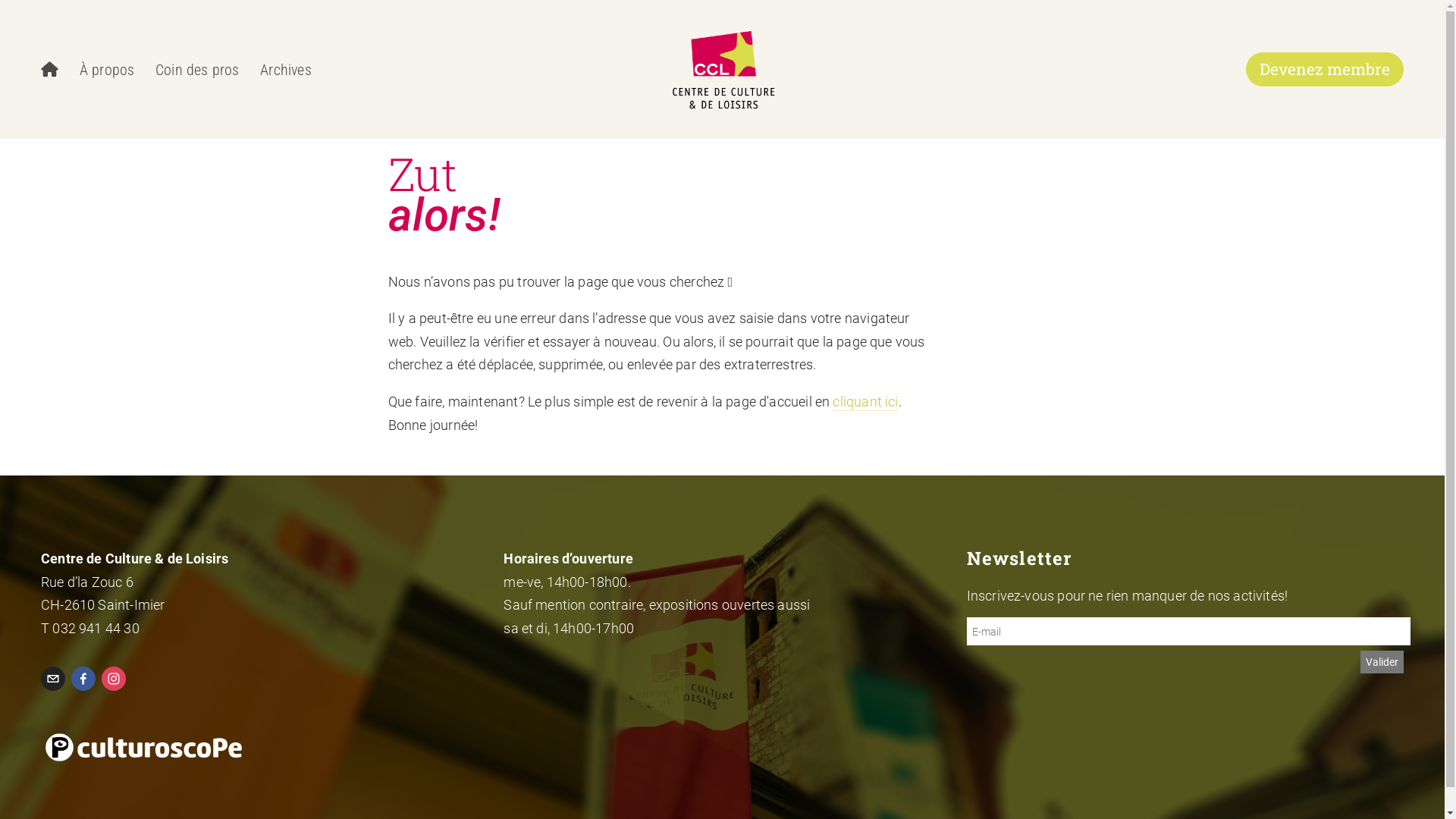  What do you see at coordinates (1382, 661) in the screenshot?
I see `'Valider'` at bounding box center [1382, 661].